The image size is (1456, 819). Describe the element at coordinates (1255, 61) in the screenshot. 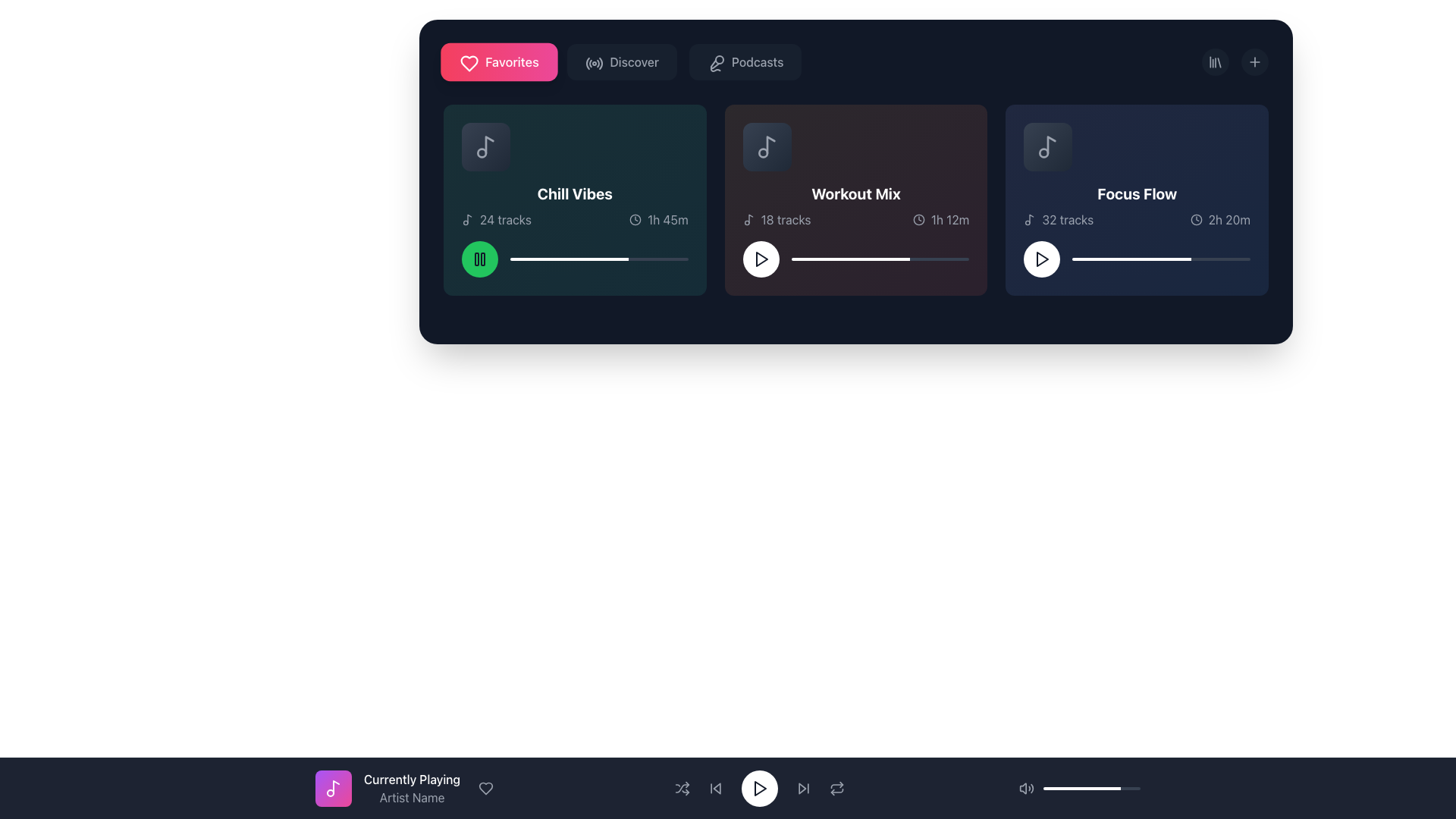

I see `the plus-shaped icon button located in the top-right corner of the 'Focus Flow' card` at that location.